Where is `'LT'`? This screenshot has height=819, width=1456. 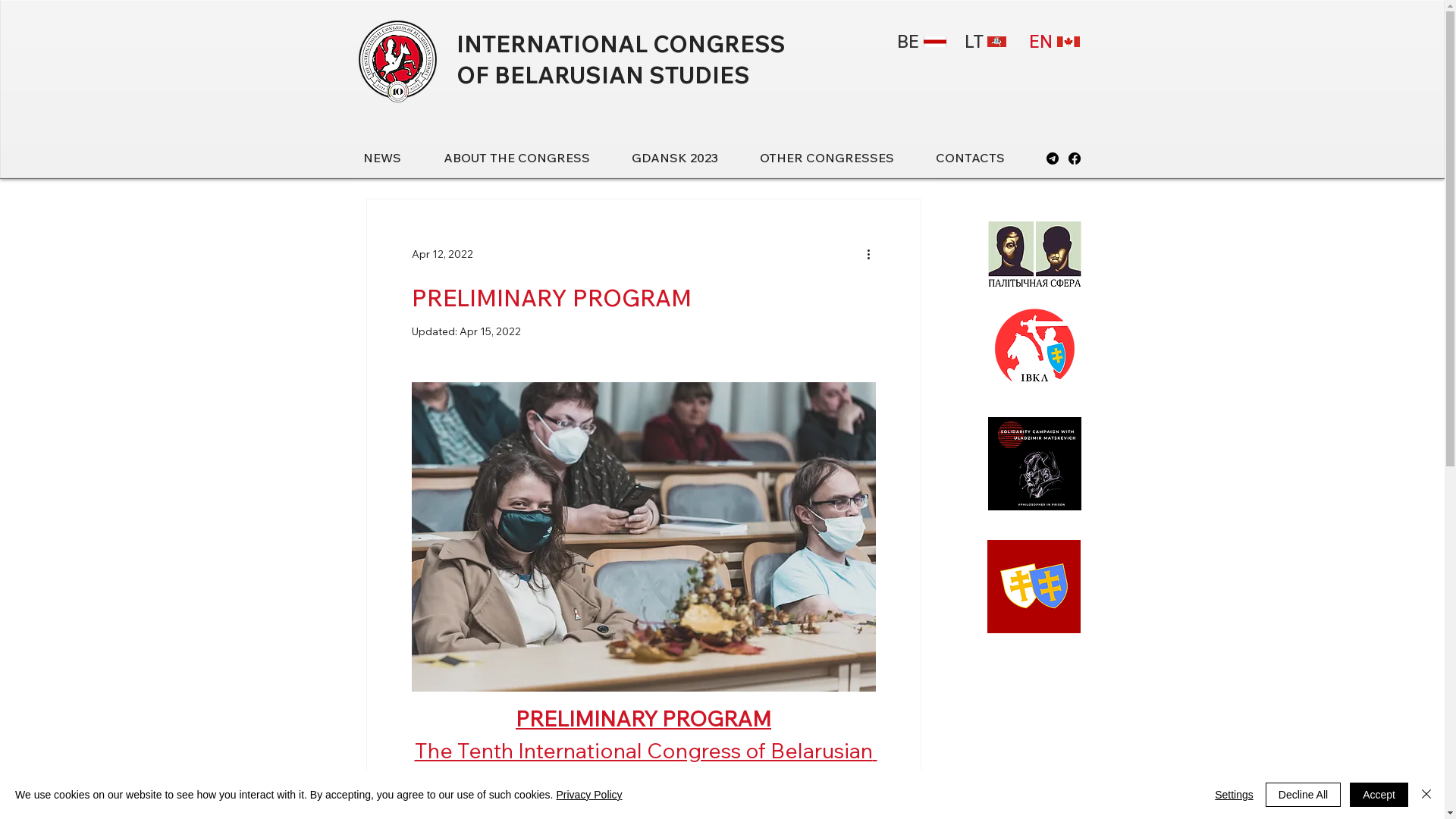
'LT' is located at coordinates (985, 40).